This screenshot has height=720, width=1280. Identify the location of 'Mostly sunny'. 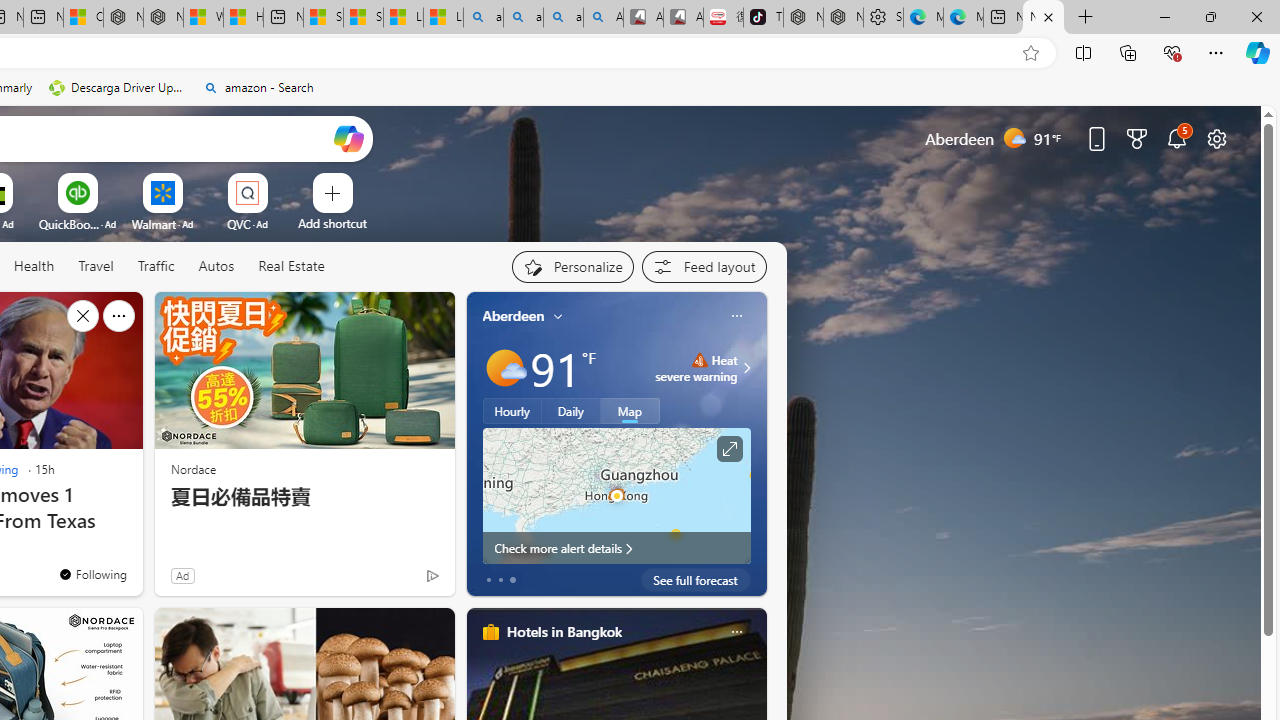
(504, 368).